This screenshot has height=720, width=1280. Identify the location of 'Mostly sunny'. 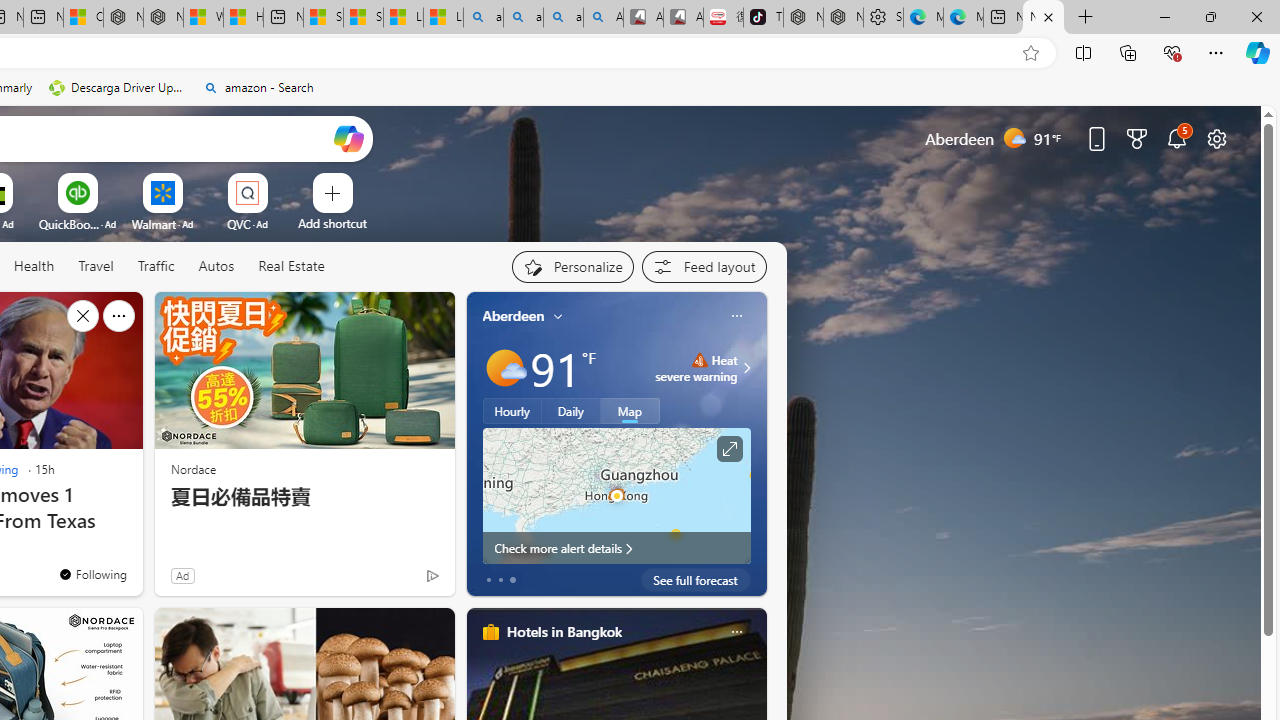
(504, 368).